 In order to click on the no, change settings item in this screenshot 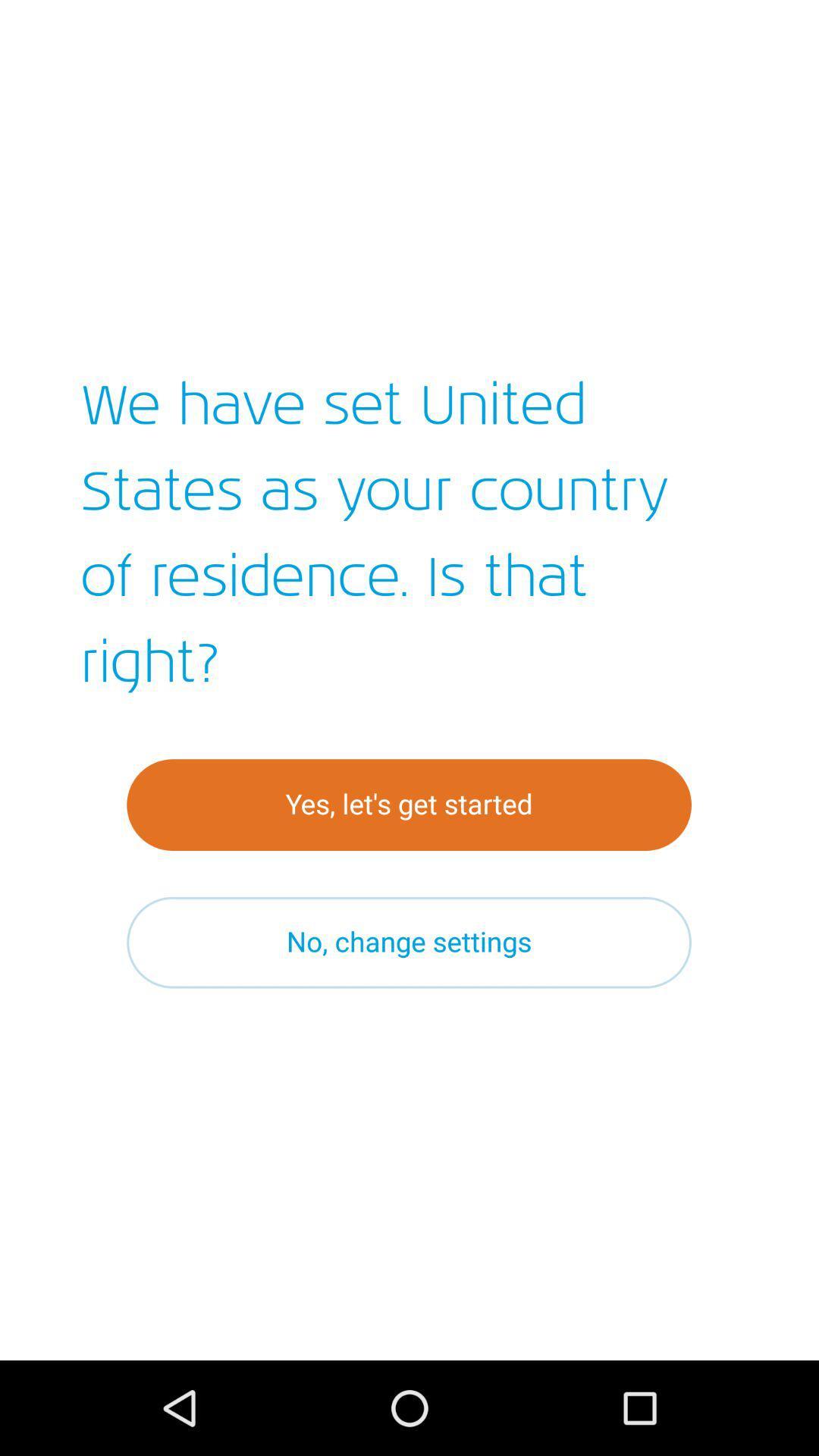, I will do `click(408, 942)`.